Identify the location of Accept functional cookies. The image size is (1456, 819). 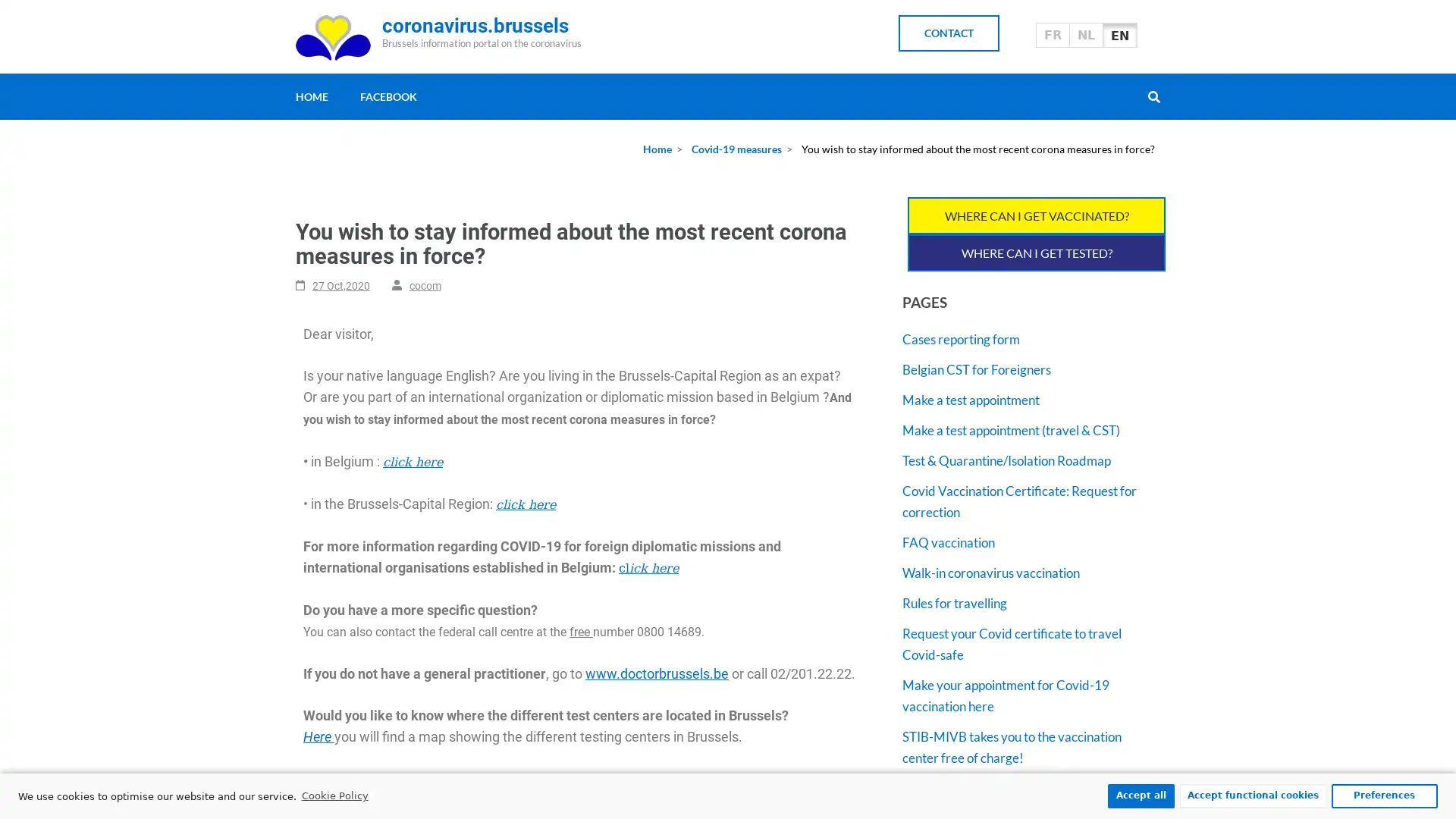
(1252, 795).